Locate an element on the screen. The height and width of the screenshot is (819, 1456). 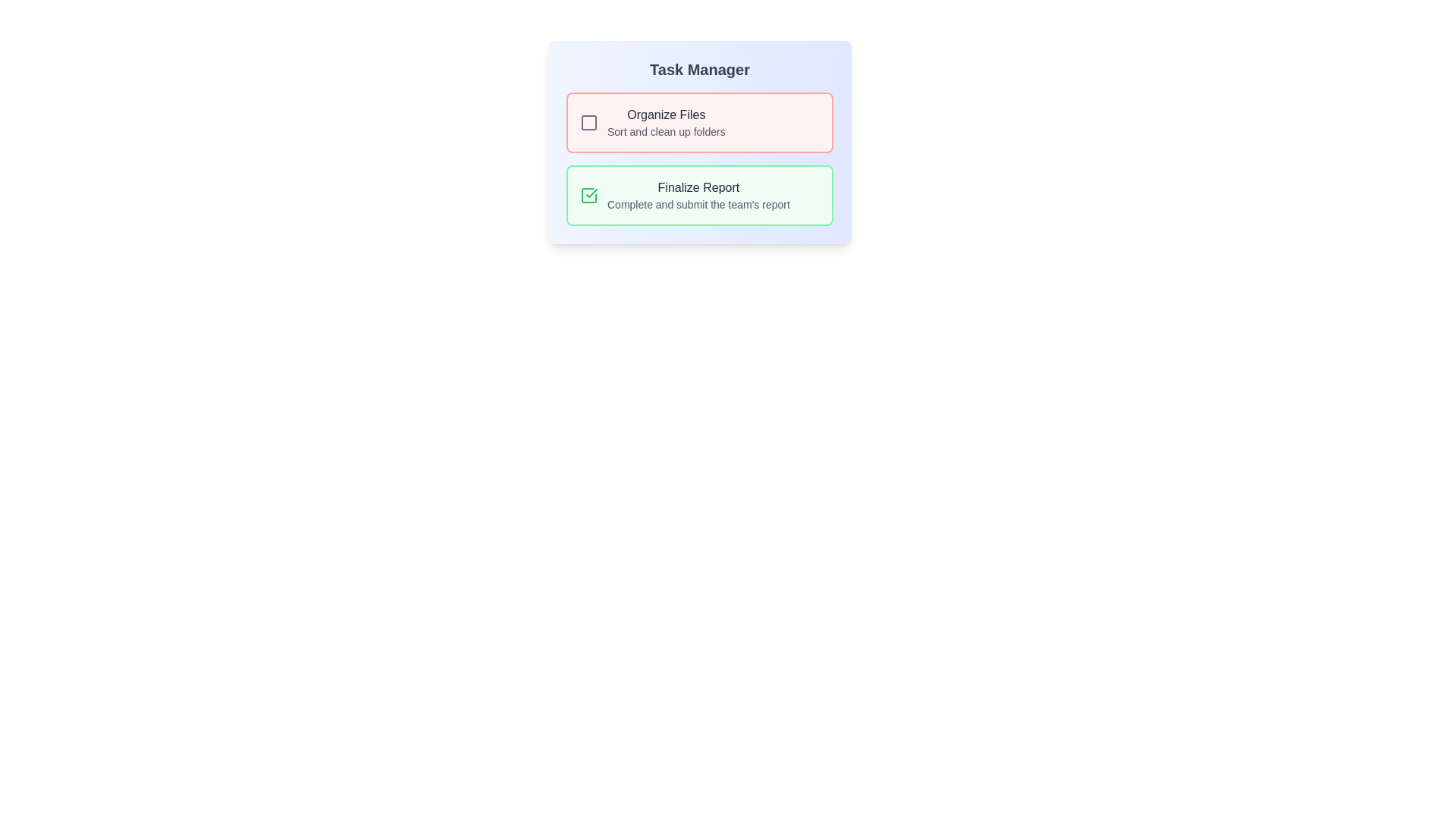
the checkmark icon that indicates a completed task within the 'Finalize Report' section of the Task Manager is located at coordinates (591, 192).